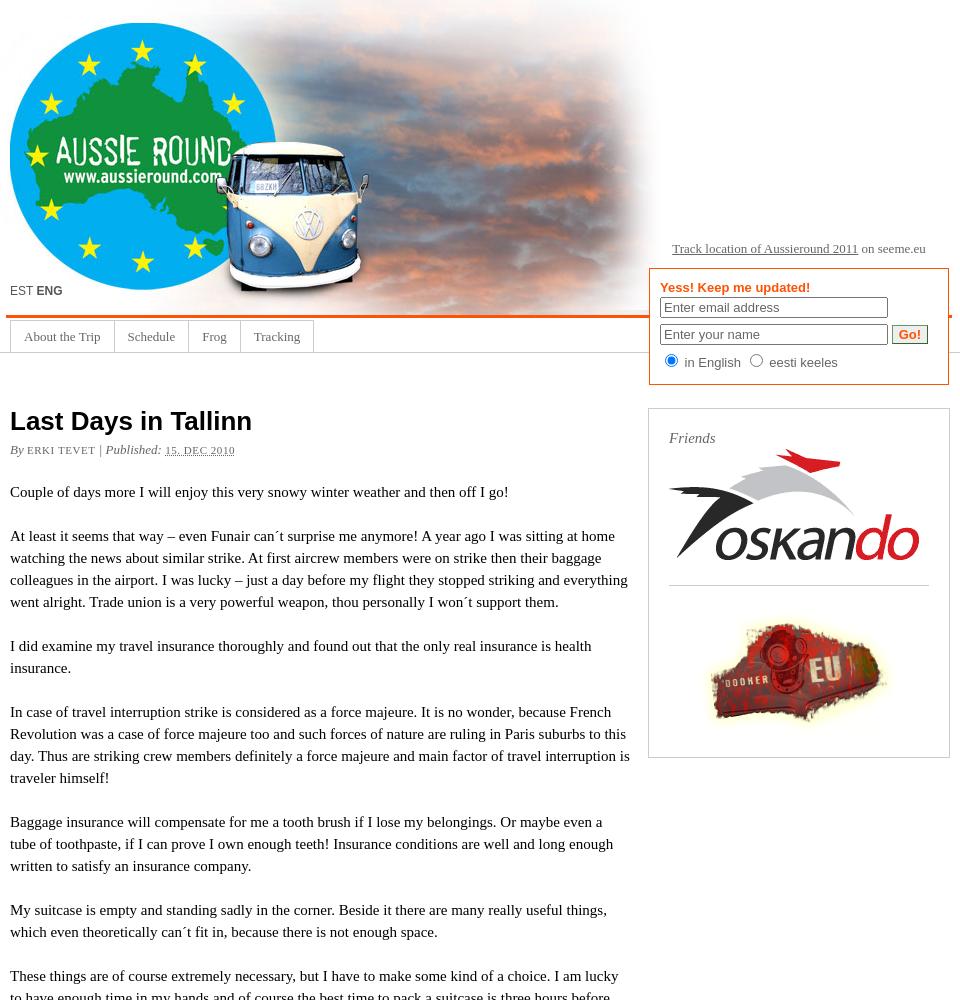 The height and width of the screenshot is (1000, 960). What do you see at coordinates (299, 657) in the screenshot?
I see `'I did examine my travel insurance thoroughly and found out that the only real insurance is health insurance.'` at bounding box center [299, 657].